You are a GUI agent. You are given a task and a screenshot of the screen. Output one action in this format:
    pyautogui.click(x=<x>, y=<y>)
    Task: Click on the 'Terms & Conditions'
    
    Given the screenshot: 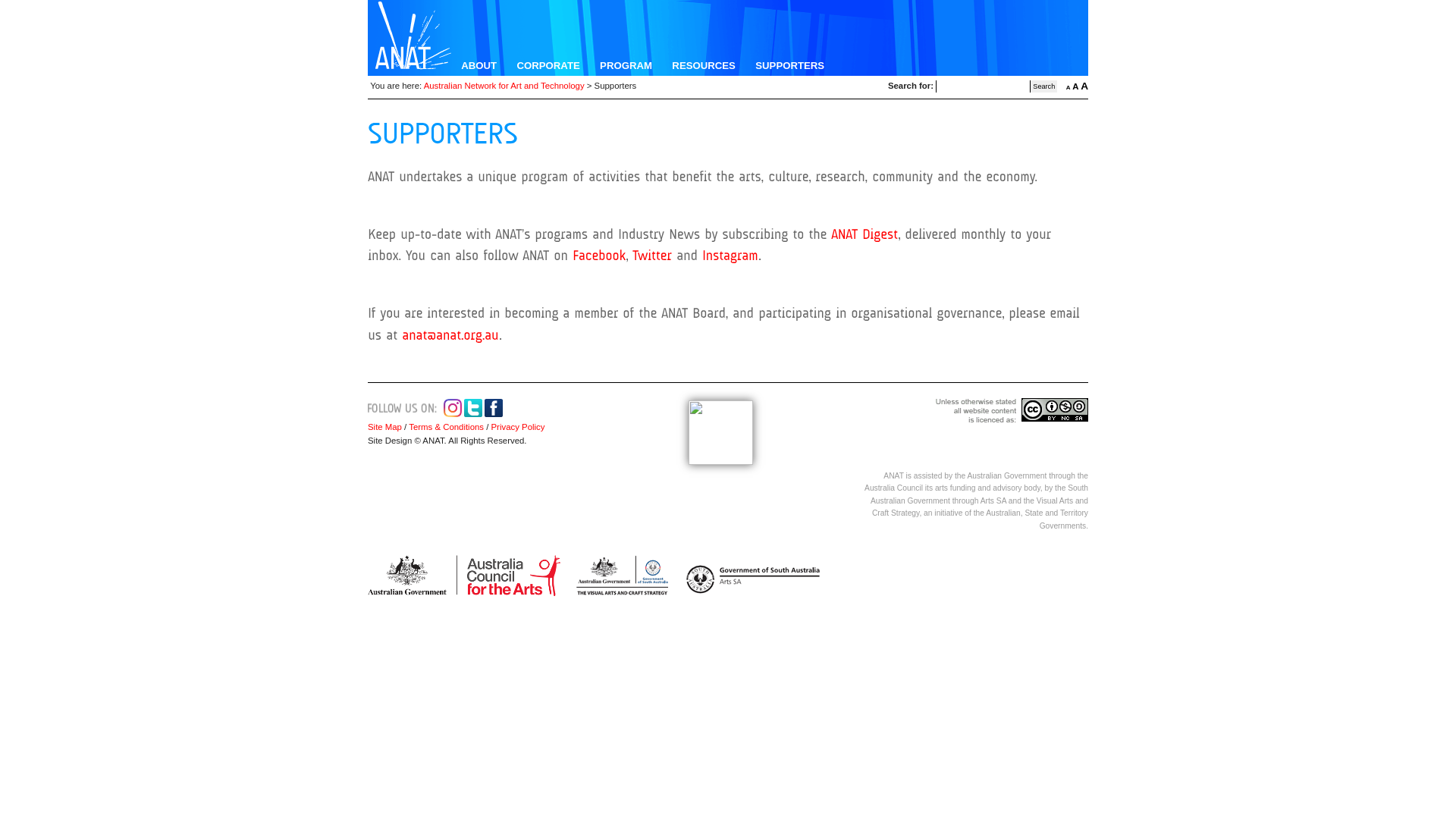 What is the action you would take?
    pyautogui.click(x=445, y=427)
    